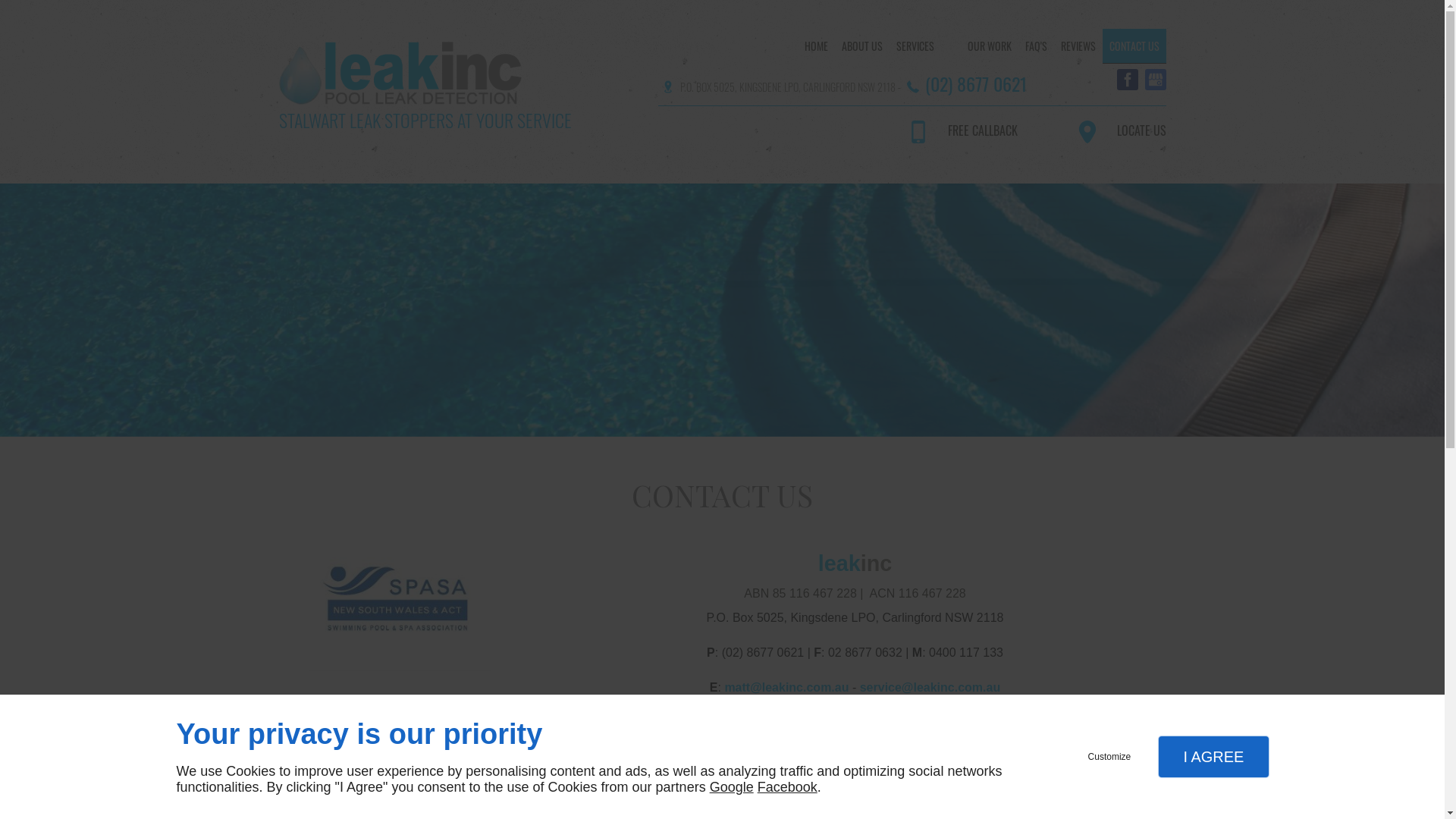 The height and width of the screenshot is (819, 1456). What do you see at coordinates (815, 45) in the screenshot?
I see `'HOME'` at bounding box center [815, 45].